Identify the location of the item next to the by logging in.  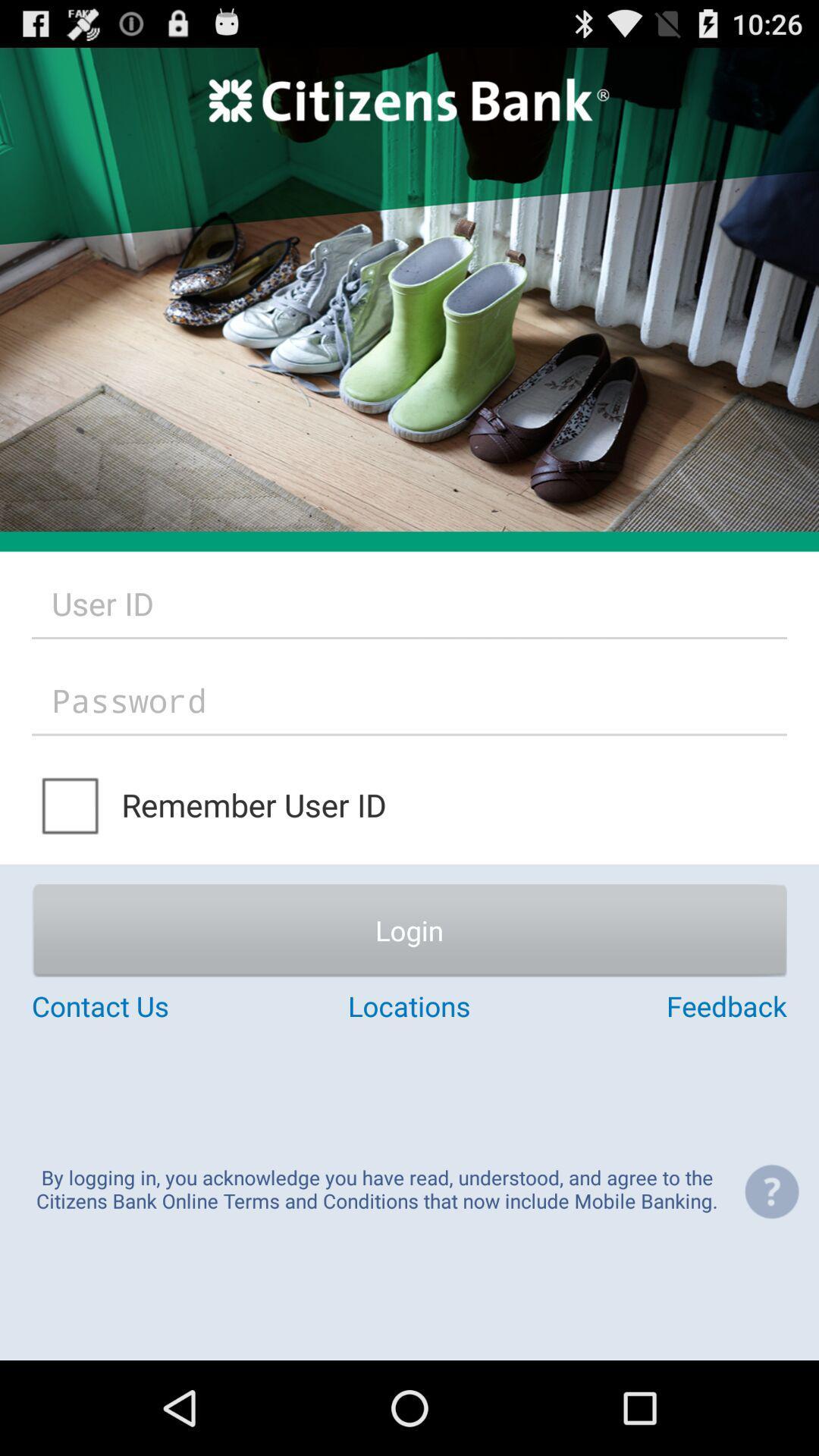
(771, 1191).